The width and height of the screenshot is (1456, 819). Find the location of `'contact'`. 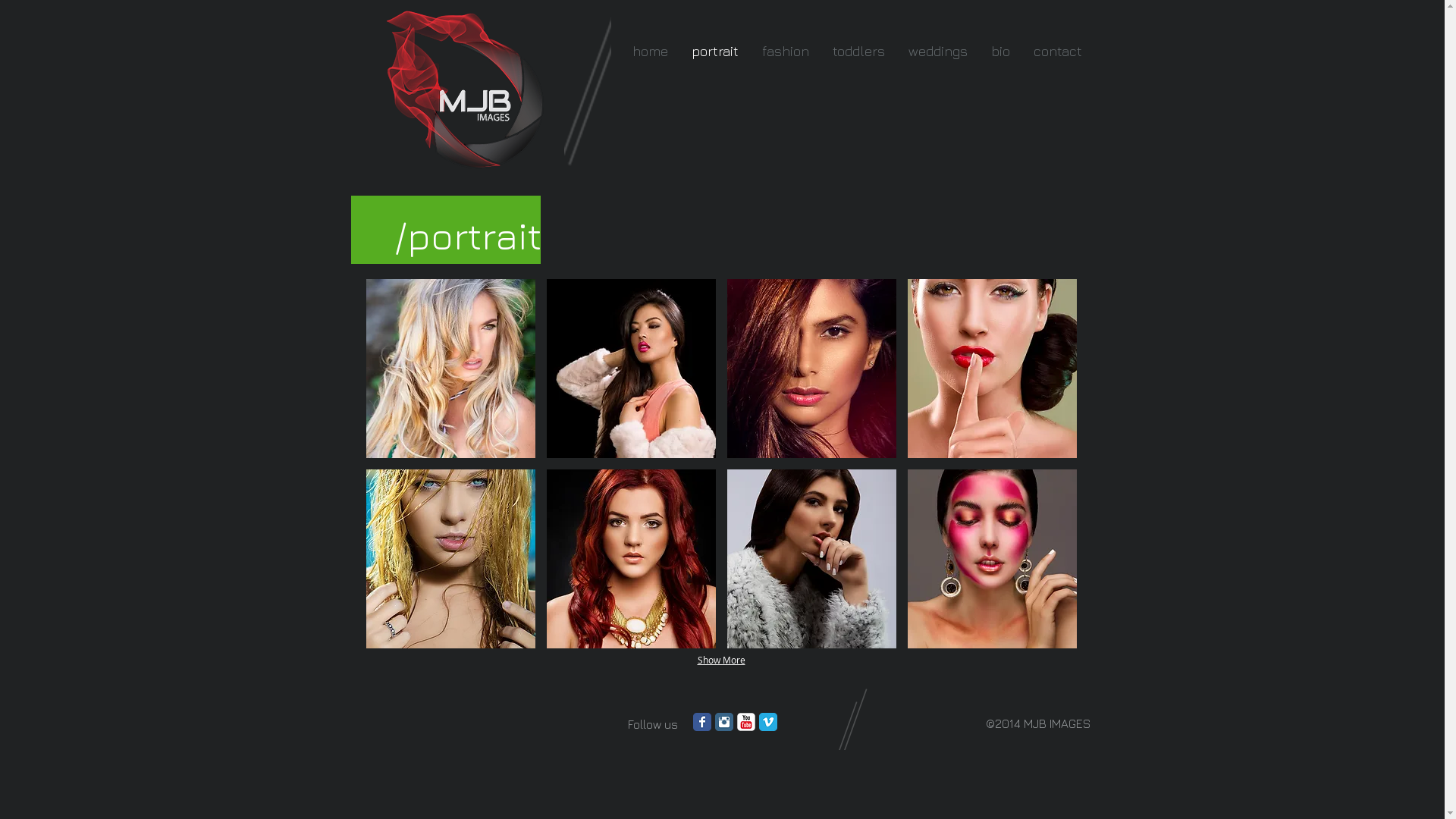

'contact' is located at coordinates (1056, 50).